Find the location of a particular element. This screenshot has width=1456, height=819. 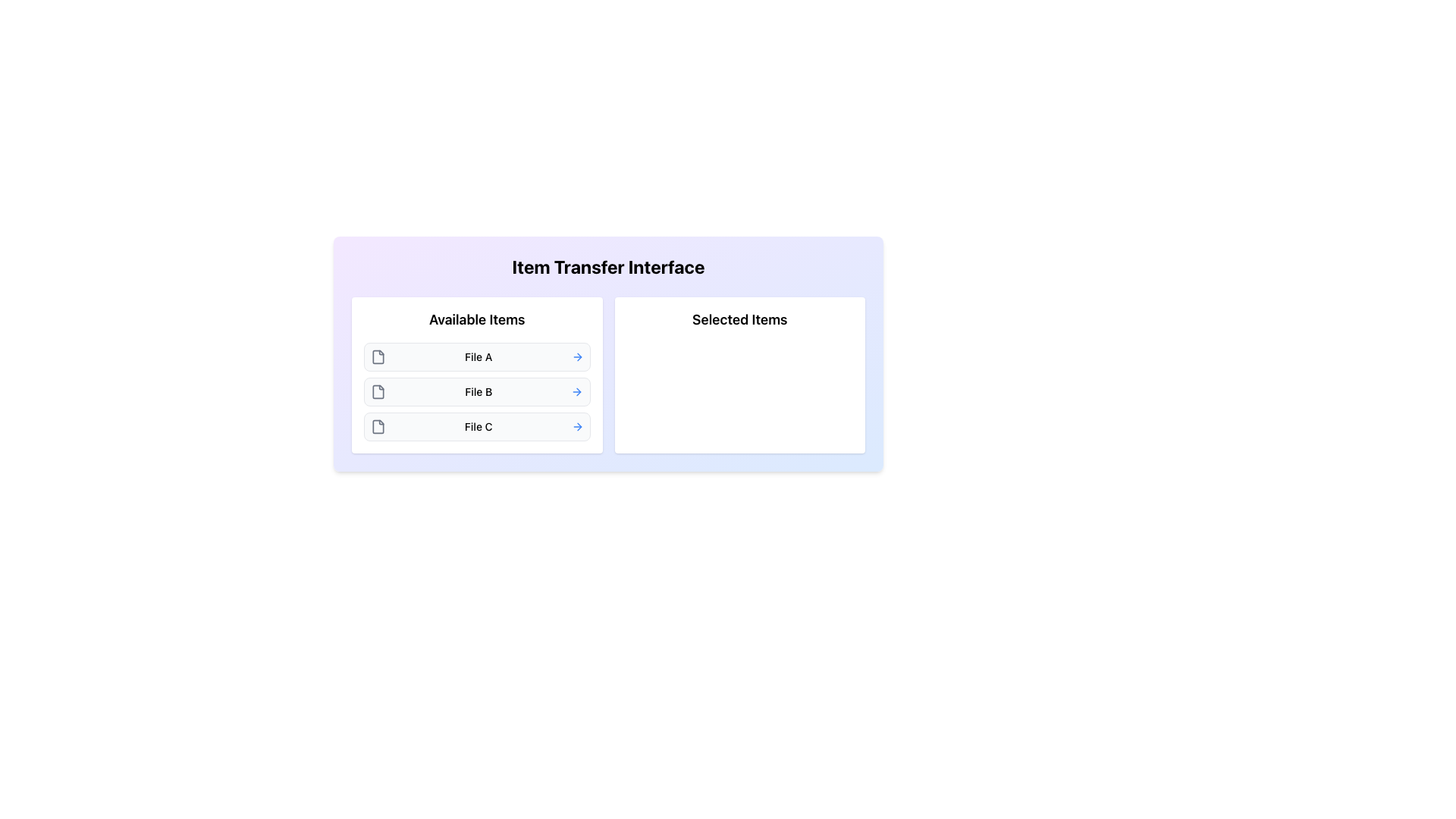

the icon representing the file entry 'File C' located in the 'Available Items' section of the item transfer interface, situated on the left side of the 'File C' label is located at coordinates (378, 427).